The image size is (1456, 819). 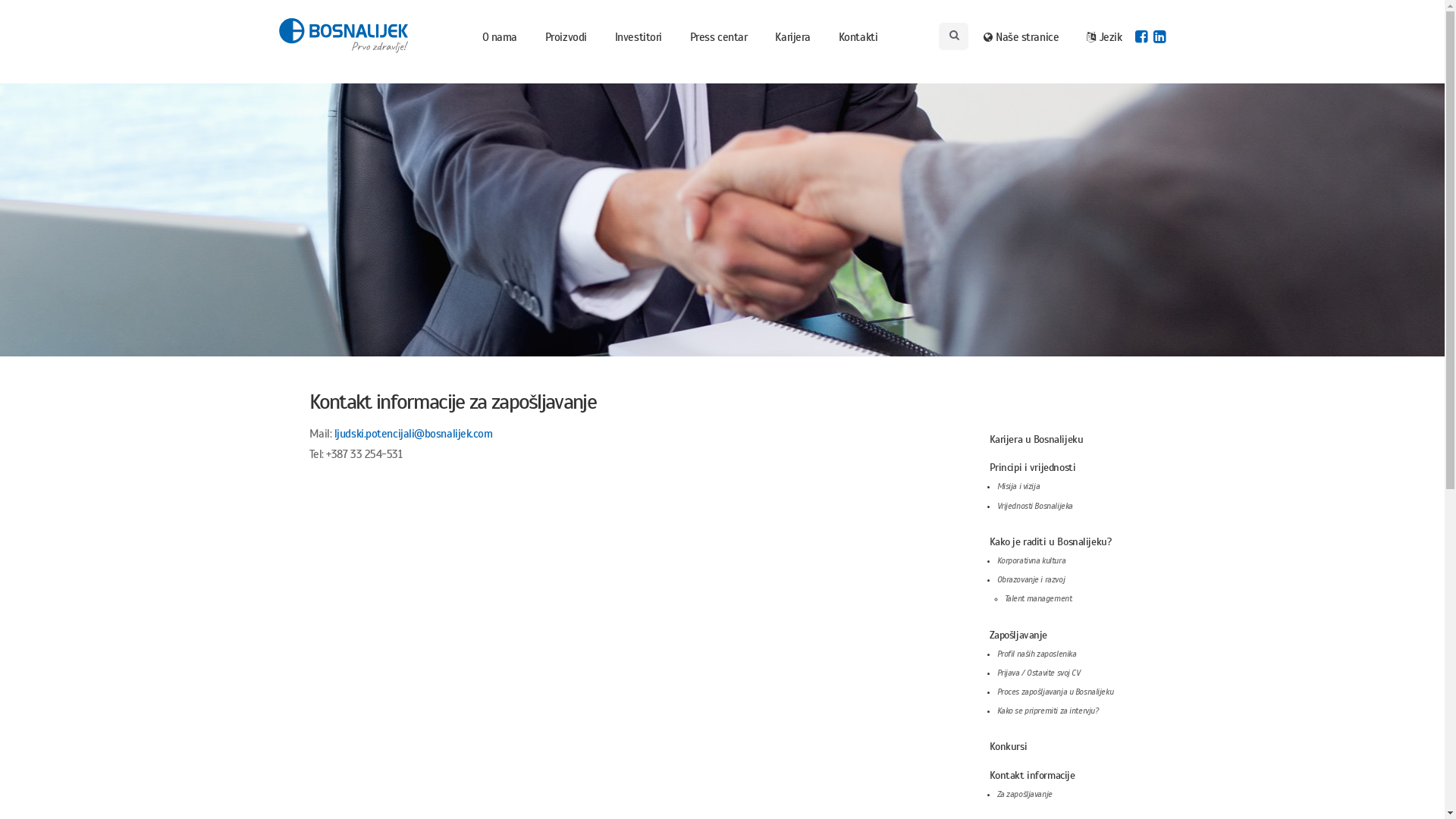 What do you see at coordinates (1037, 672) in the screenshot?
I see `'Prijava / Ostavite svoj CV'` at bounding box center [1037, 672].